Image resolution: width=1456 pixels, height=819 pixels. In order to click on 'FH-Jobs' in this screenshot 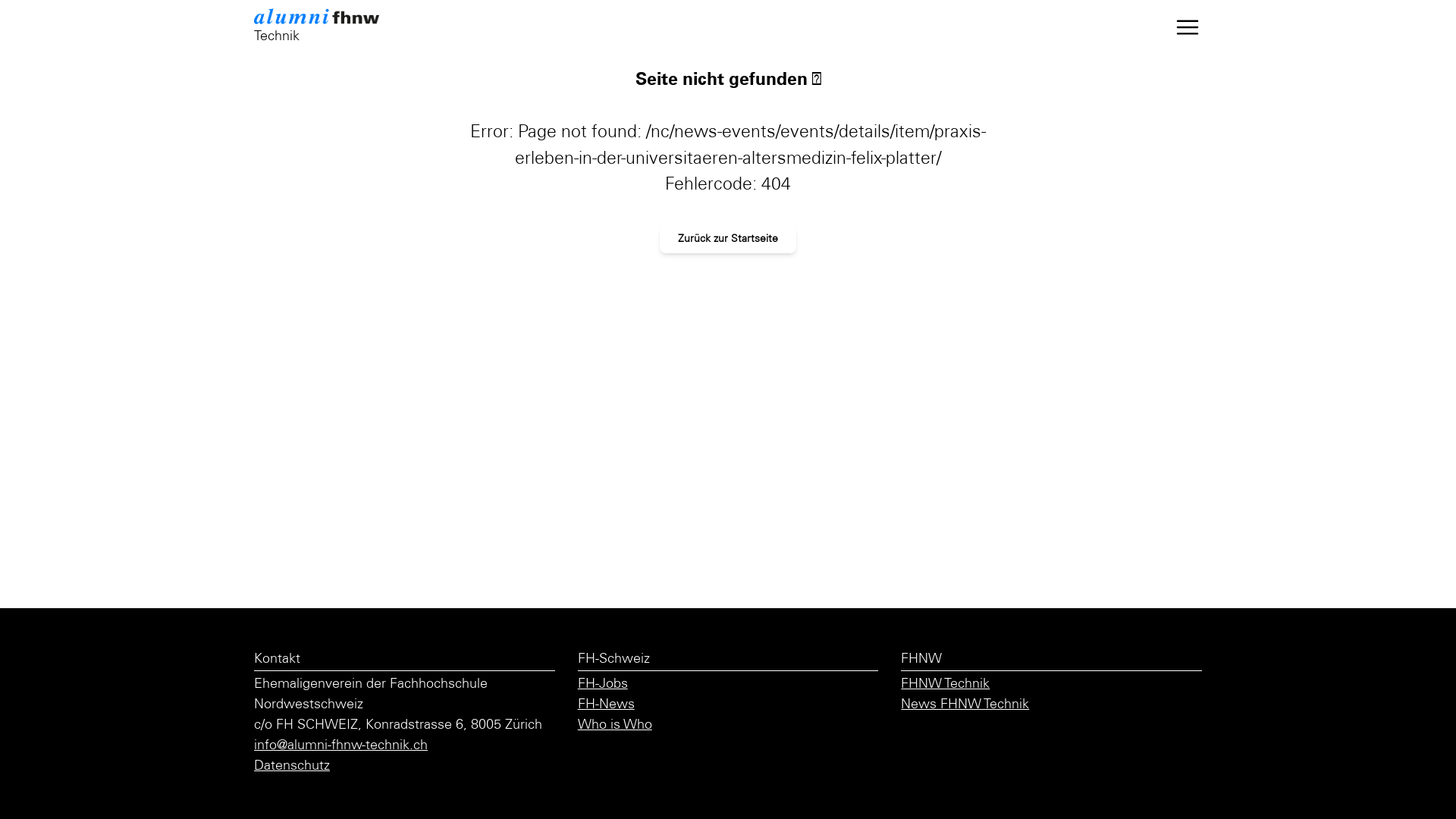, I will do `click(602, 684)`.